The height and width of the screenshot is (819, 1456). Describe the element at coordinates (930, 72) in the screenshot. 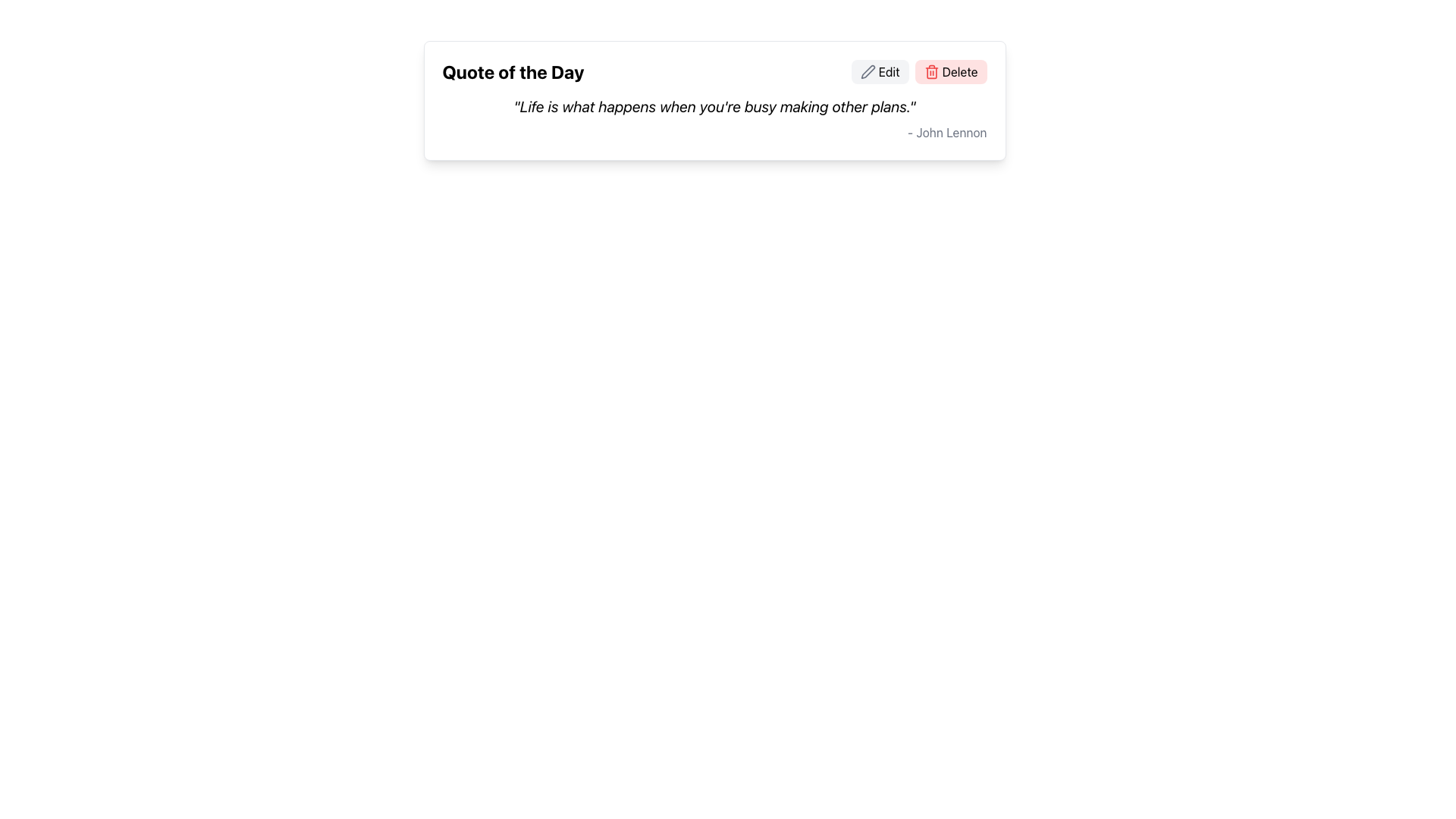

I see `the deletion icon located inside the red-highlighted 'Delete' button, which is positioned to the right of the 'Edit' button in the horizontal control panel` at that location.